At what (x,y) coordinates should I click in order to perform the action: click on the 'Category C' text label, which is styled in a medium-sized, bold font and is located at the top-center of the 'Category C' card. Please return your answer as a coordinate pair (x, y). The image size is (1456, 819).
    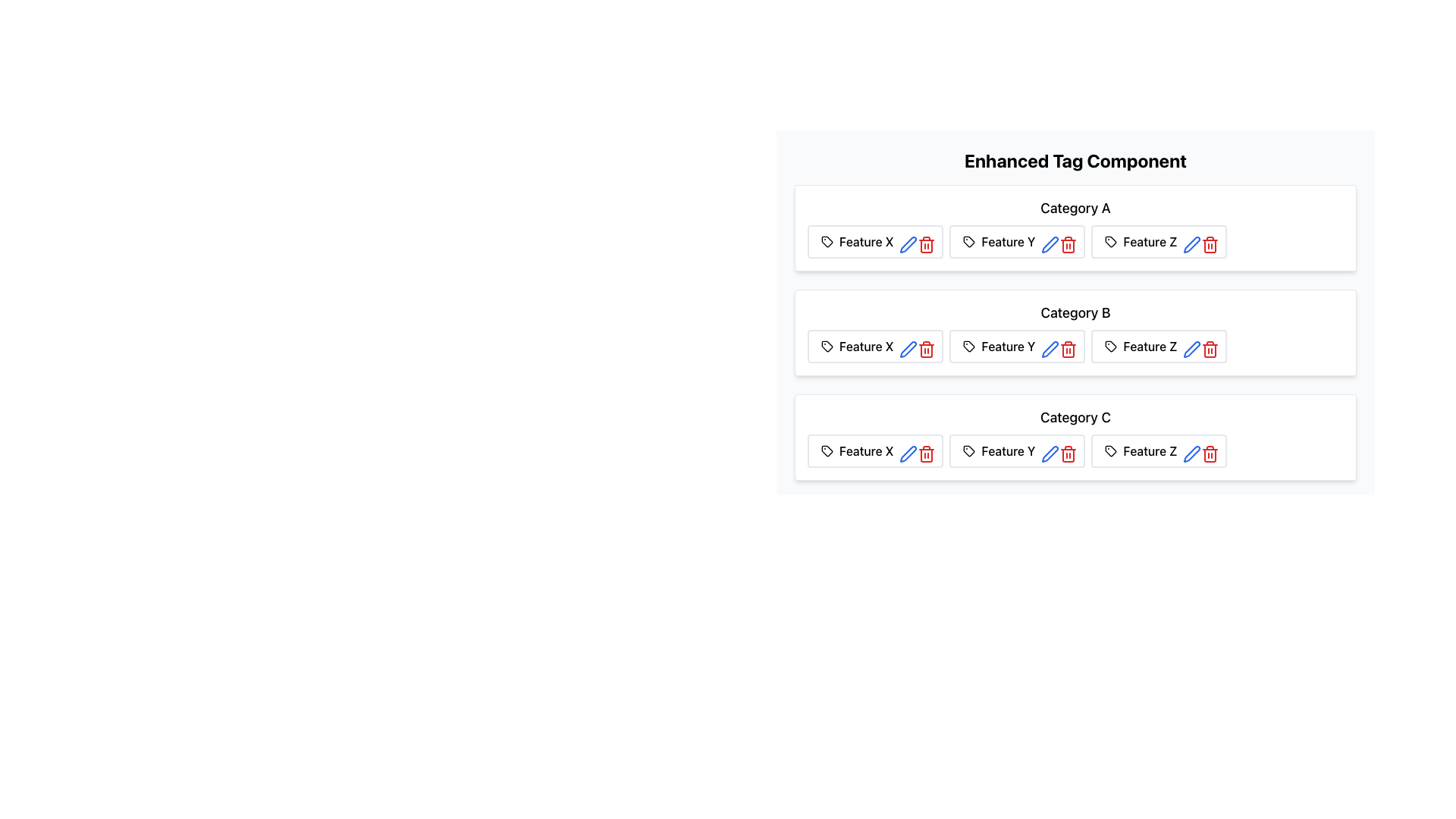
    Looking at the image, I should click on (1075, 418).